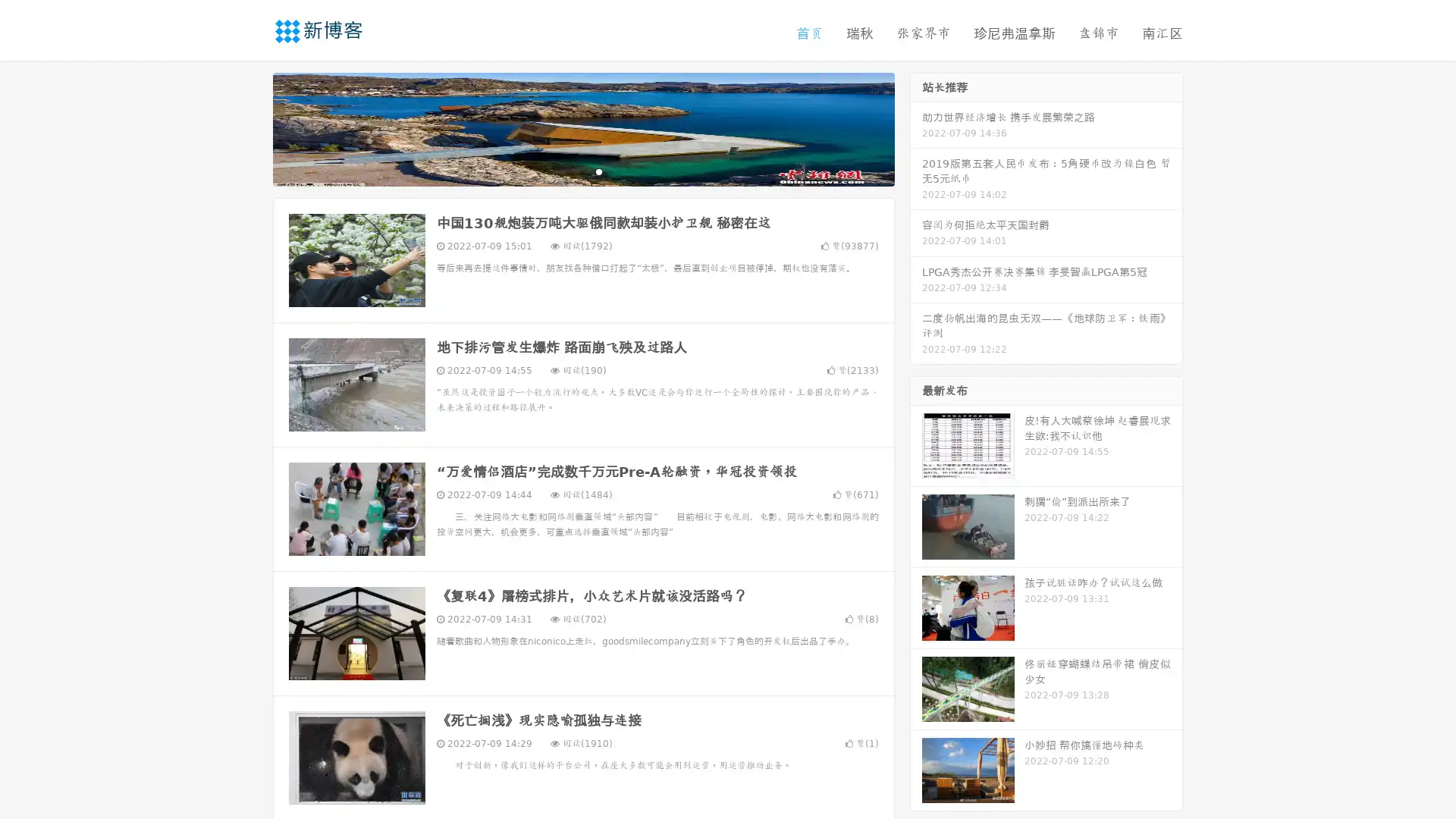  What do you see at coordinates (250, 127) in the screenshot?
I see `Previous slide` at bounding box center [250, 127].